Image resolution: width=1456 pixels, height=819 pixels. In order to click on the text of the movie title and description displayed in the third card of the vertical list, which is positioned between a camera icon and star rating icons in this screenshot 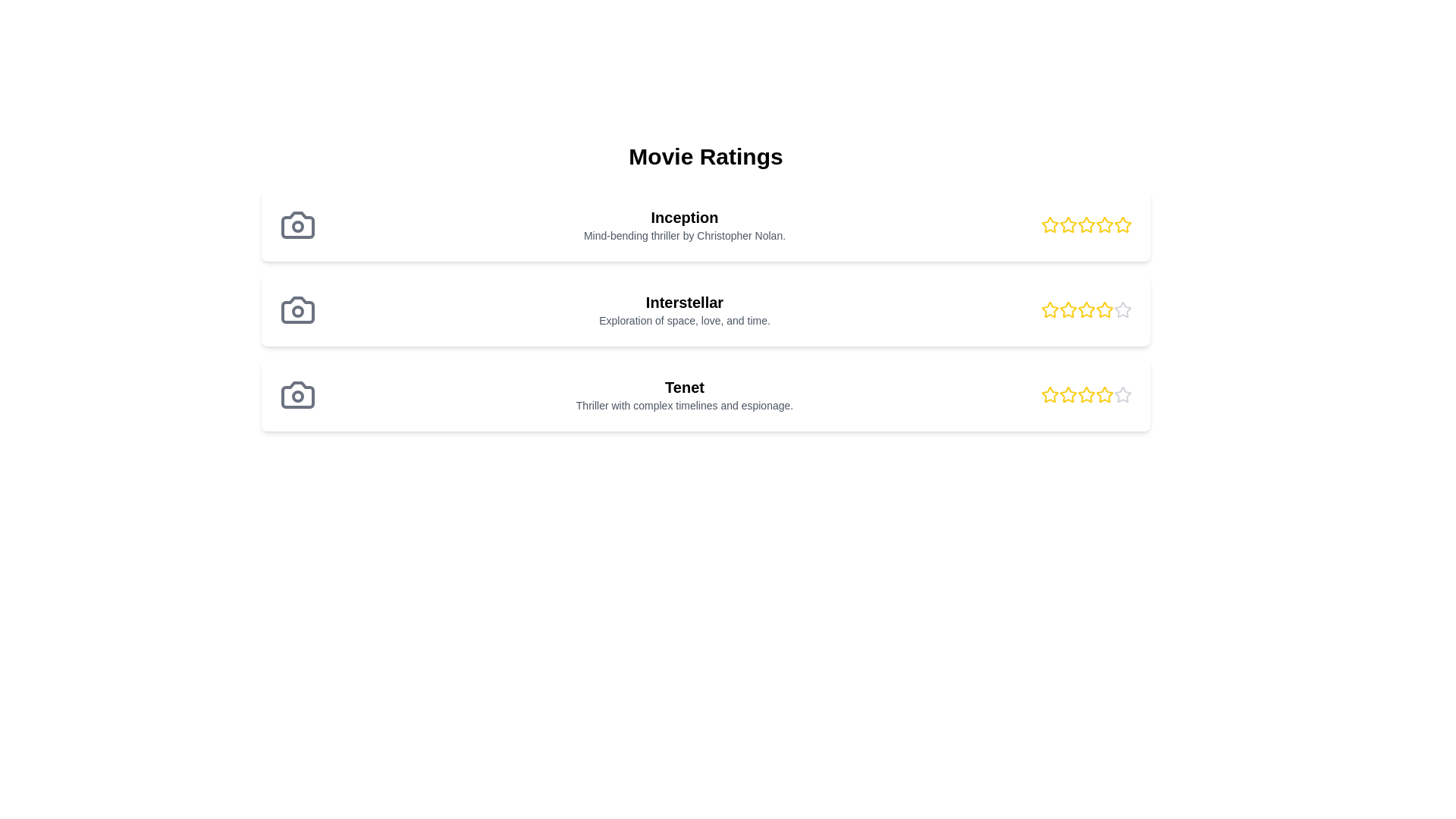, I will do `click(683, 394)`.